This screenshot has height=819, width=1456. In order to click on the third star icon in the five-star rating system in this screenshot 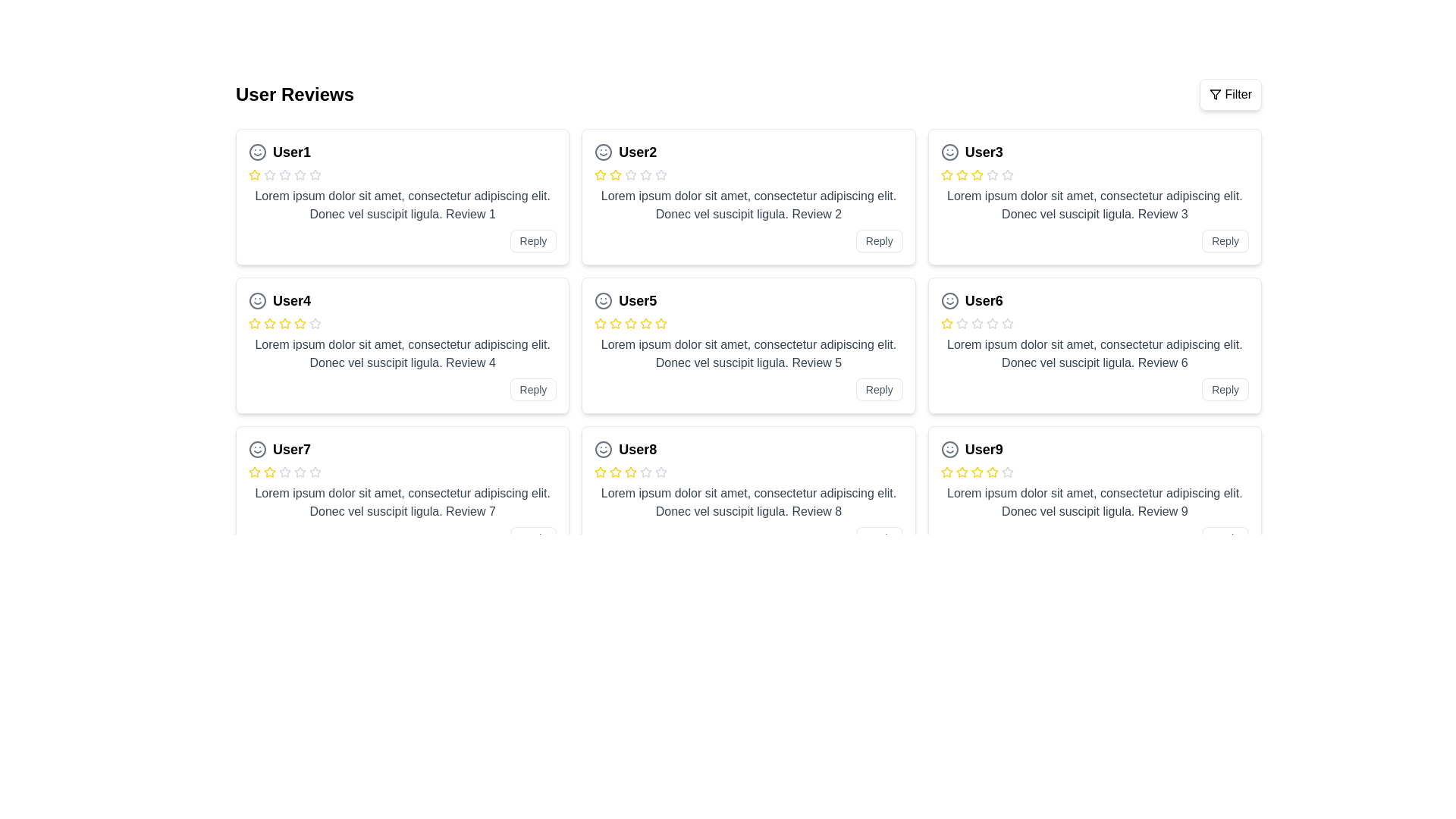, I will do `click(661, 322)`.